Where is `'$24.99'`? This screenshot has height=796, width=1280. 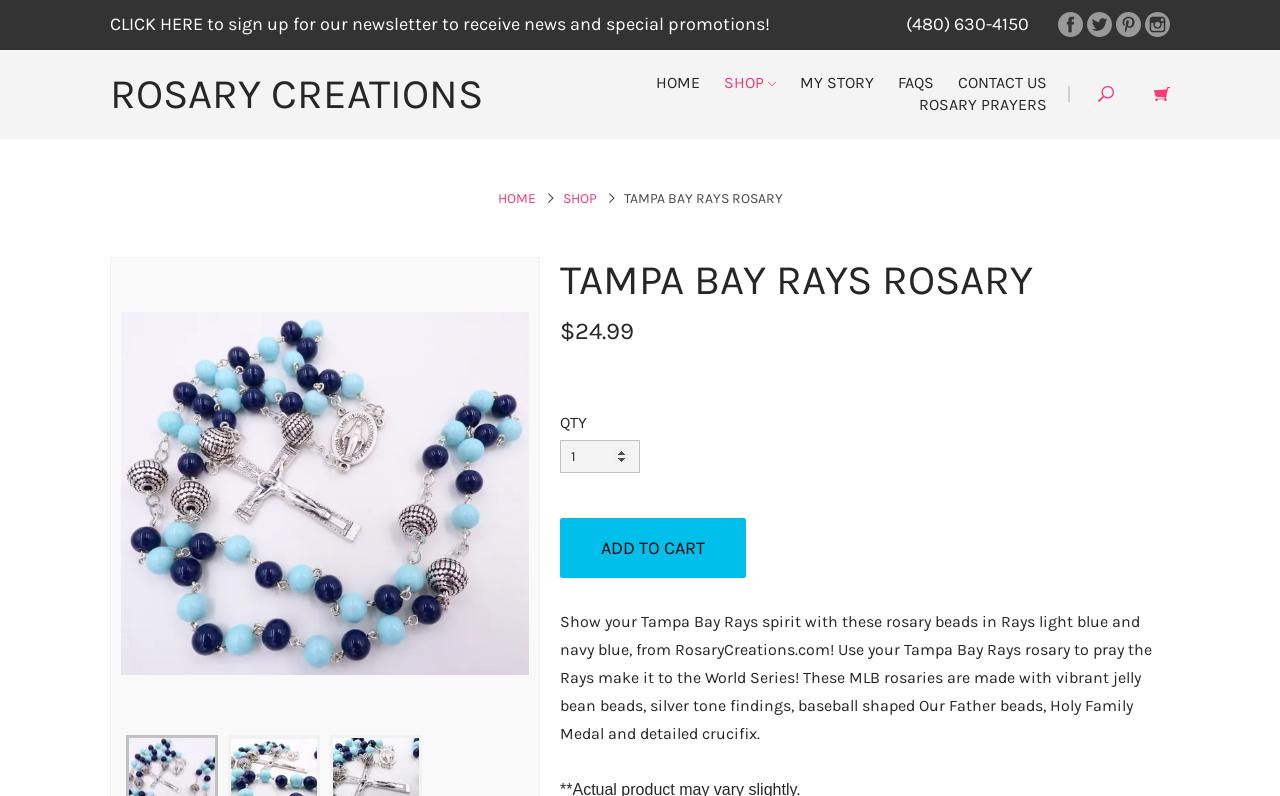
'$24.99' is located at coordinates (595, 330).